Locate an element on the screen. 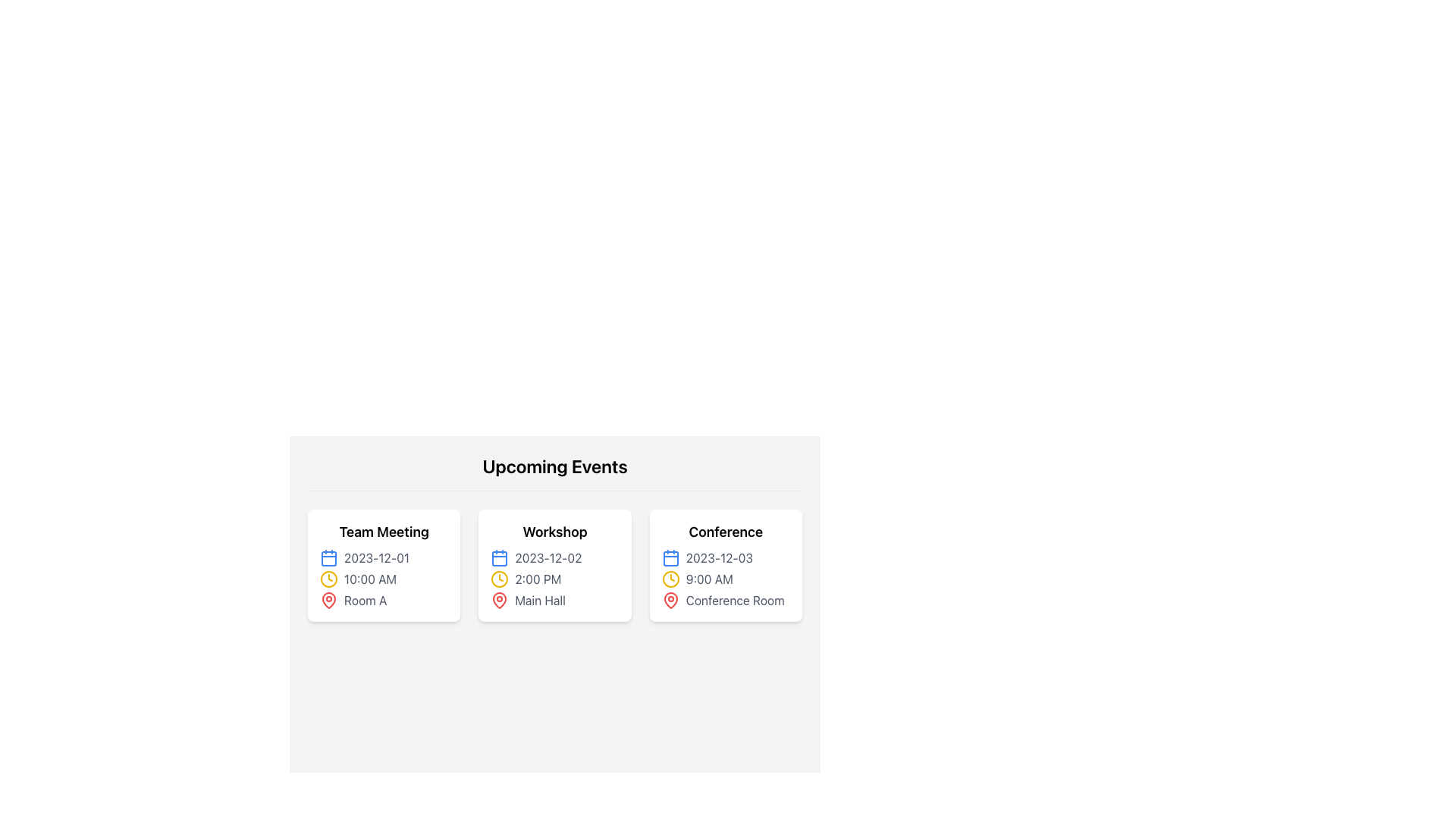  the map pin icon representing the location of the 'Team Meeting' scheduled on 2023-12-01, which is positioned to the left of the text 'Room A' is located at coordinates (328, 599).